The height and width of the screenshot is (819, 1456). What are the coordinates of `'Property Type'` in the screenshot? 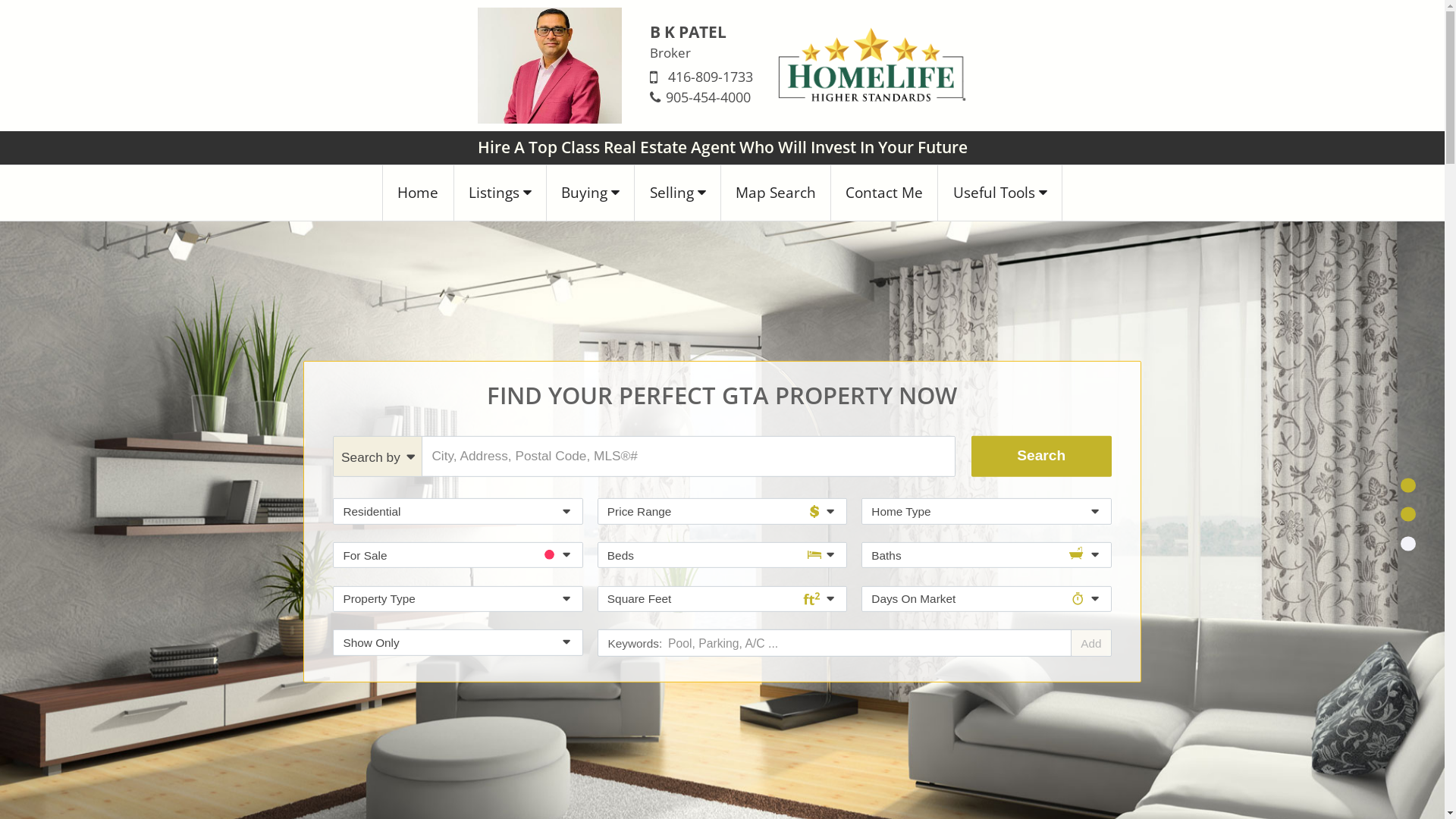 It's located at (457, 598).